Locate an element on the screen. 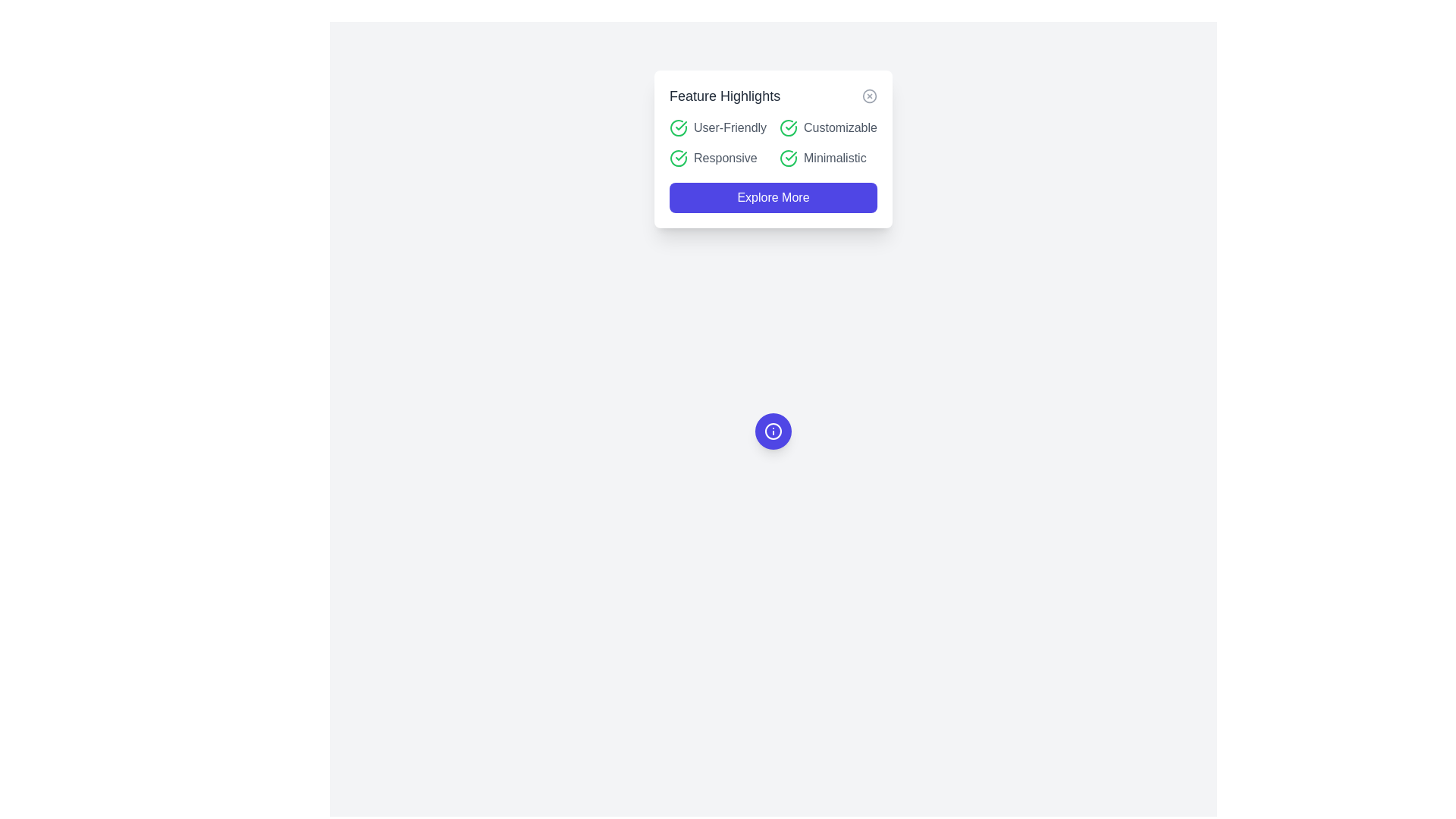 Image resolution: width=1456 pixels, height=819 pixels. text label that contains 'Minimalistic', which is styled in gray and located next to a green checkmark icon in the feature highlights section is located at coordinates (834, 158).